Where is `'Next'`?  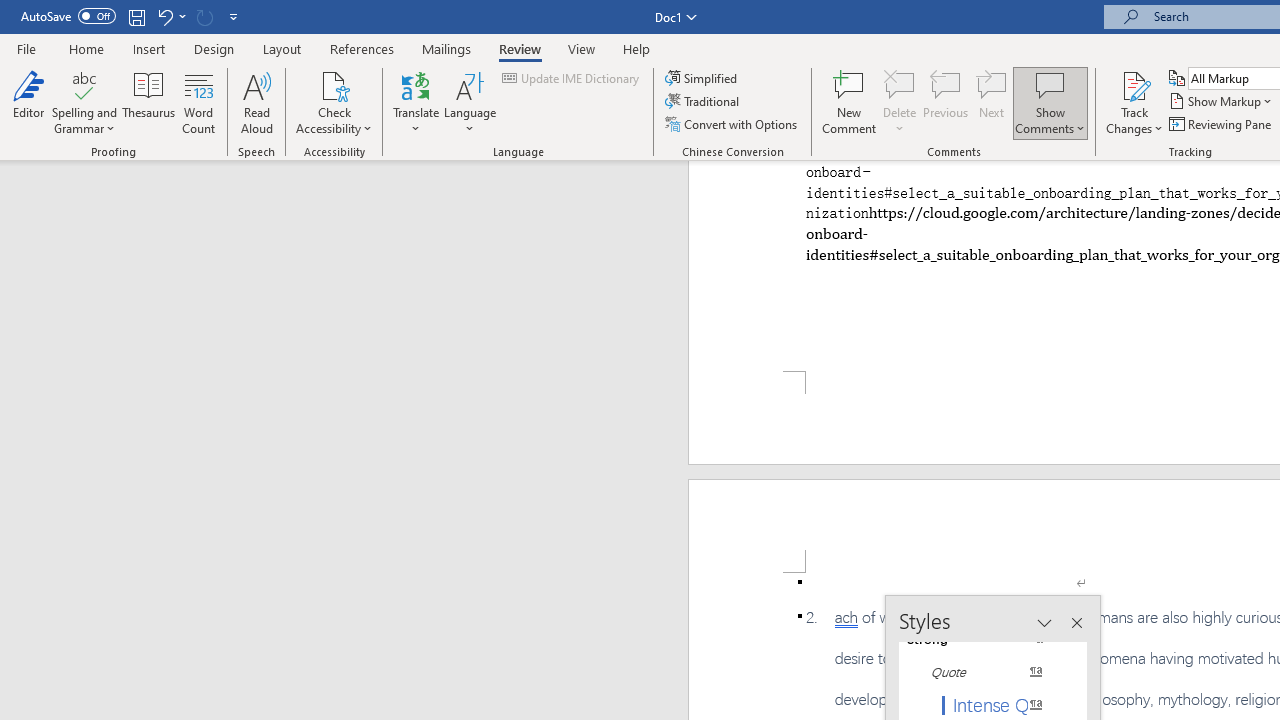 'Next' is located at coordinates (992, 103).